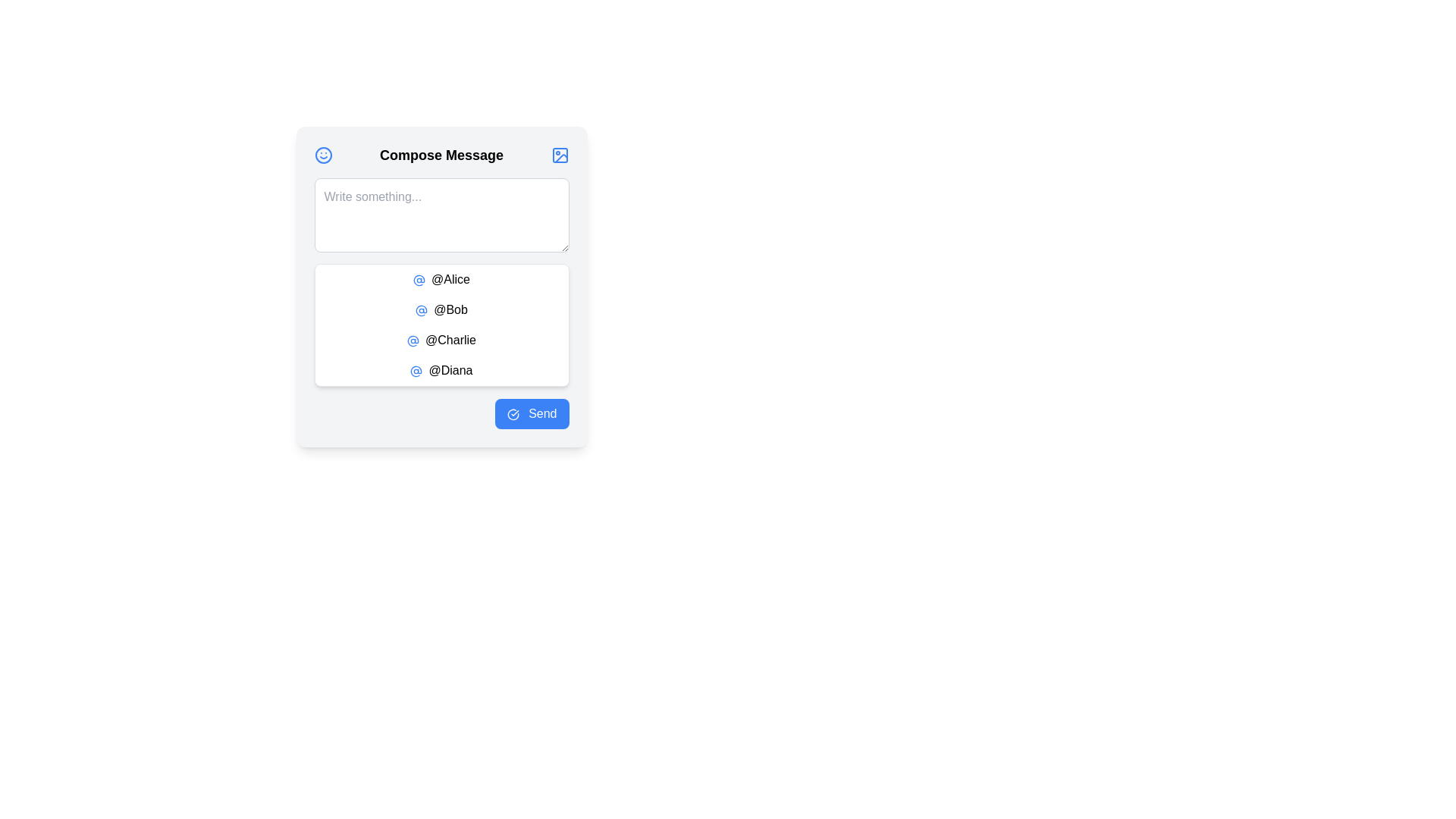  What do you see at coordinates (441, 155) in the screenshot?
I see `the Header bar containing a blue smiley icon, bold 'Compose Message' text, and a blue image icon, located at the top of the card layout` at bounding box center [441, 155].